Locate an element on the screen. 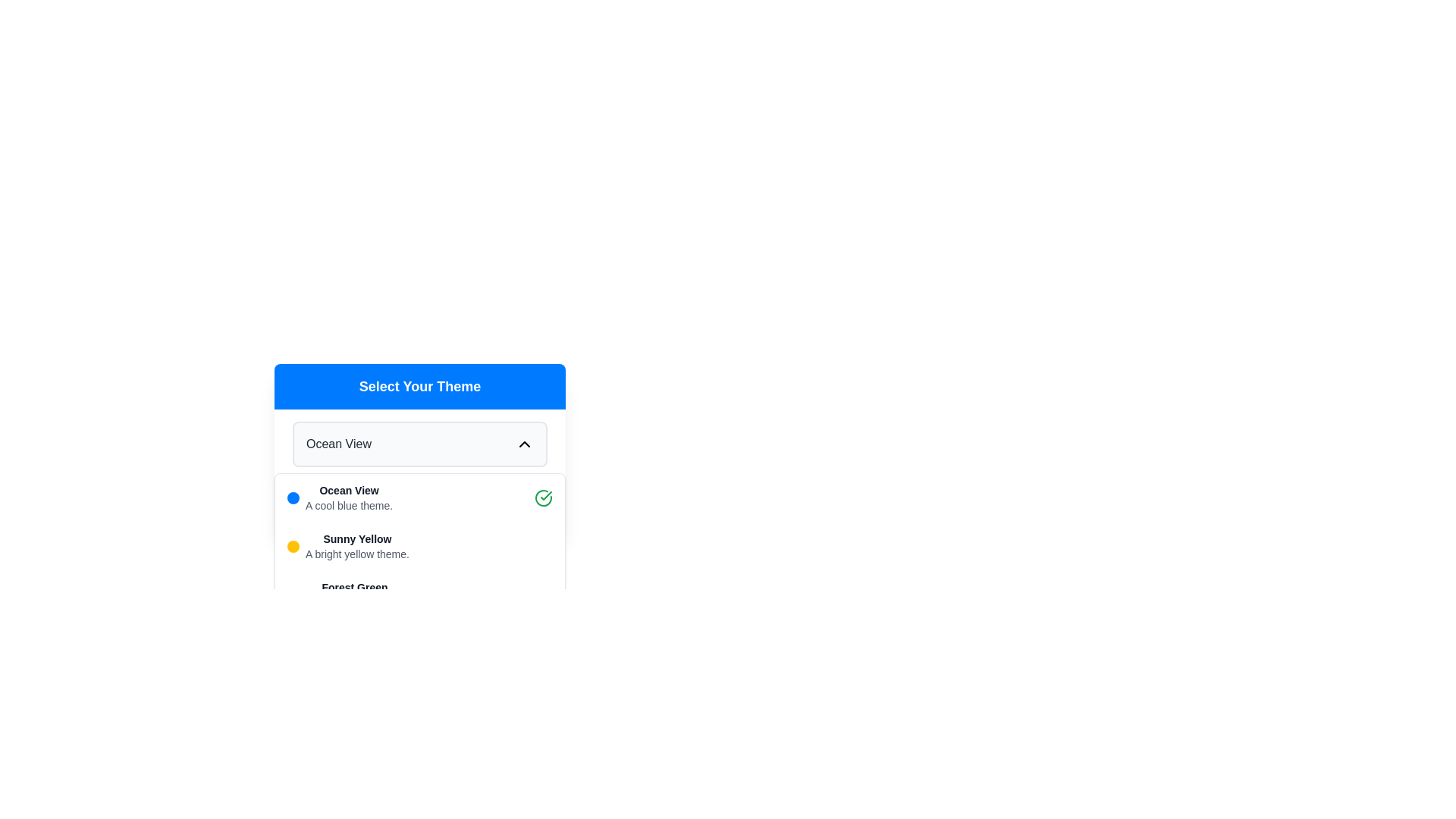 This screenshot has width=1456, height=819. descriptive textual component providing information about the theme named 'Ocean View' located below the 'Select Your Theme' dropdown is located at coordinates (348, 497).